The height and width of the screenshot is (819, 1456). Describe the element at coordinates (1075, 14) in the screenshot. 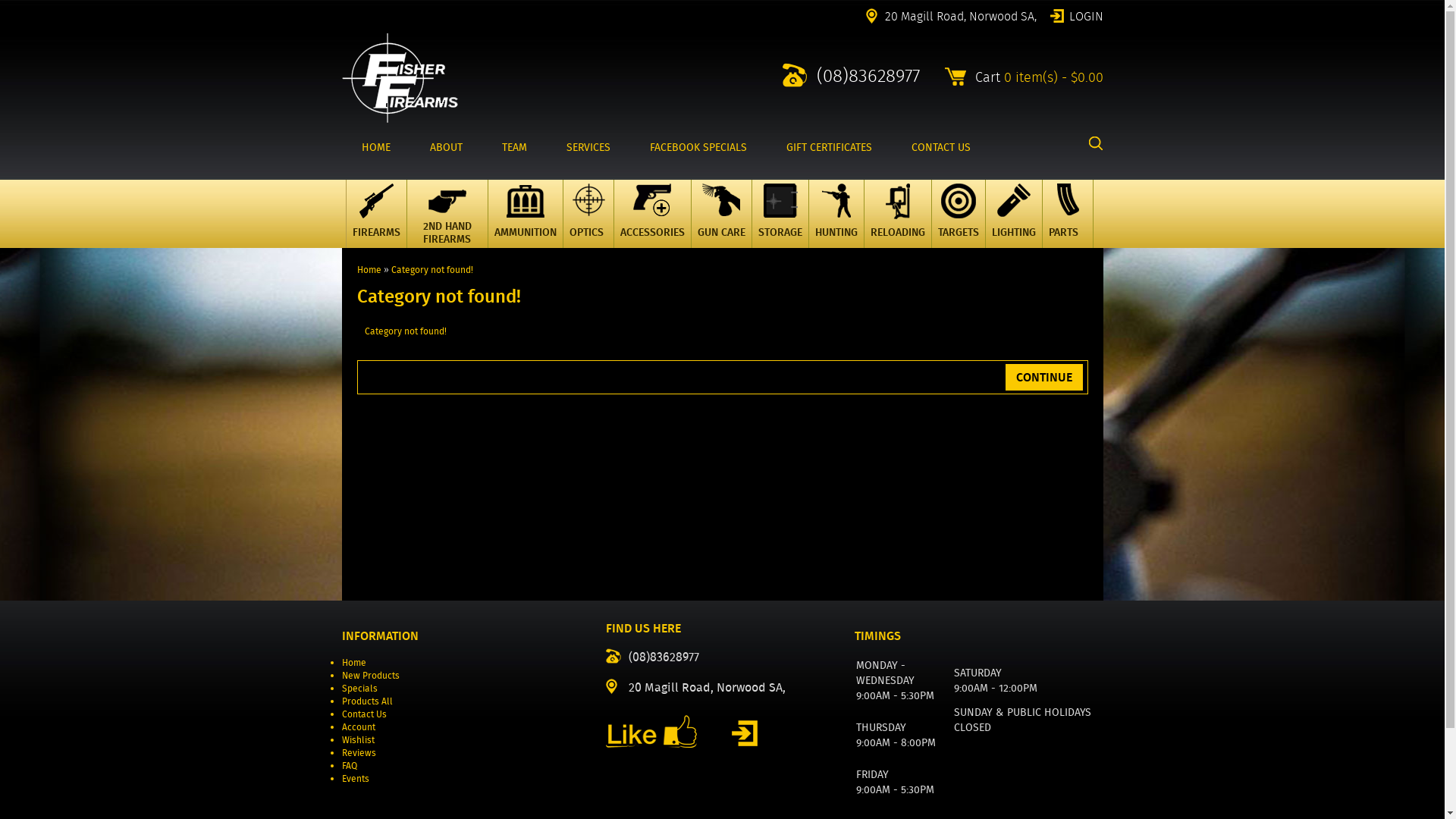

I see `'LOGIN'` at that location.